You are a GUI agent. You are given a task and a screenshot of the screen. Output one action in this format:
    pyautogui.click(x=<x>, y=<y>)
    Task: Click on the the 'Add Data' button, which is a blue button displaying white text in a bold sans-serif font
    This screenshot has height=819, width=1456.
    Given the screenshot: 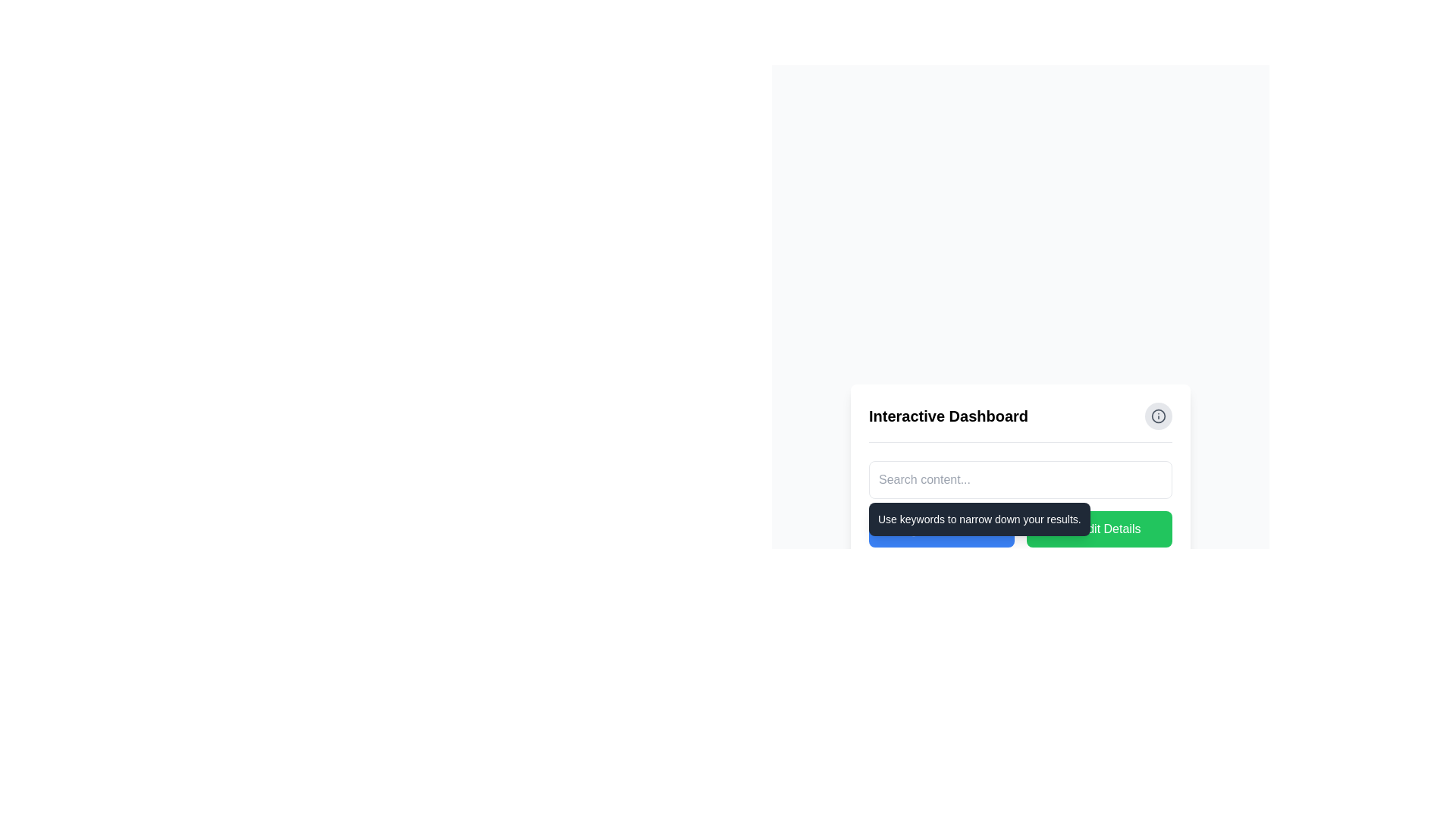 What is the action you would take?
    pyautogui.click(x=952, y=528)
    